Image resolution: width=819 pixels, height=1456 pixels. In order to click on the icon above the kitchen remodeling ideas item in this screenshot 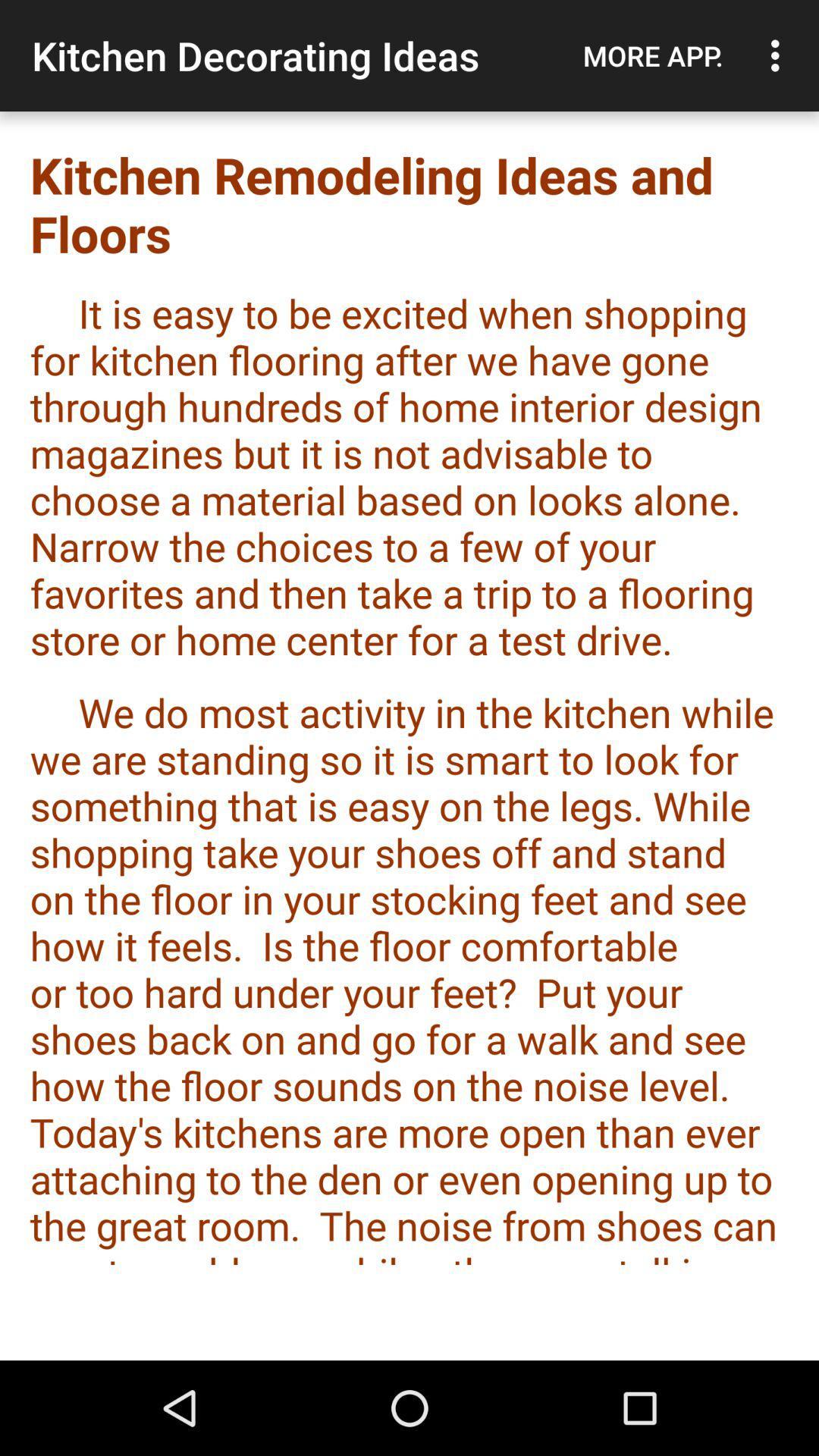, I will do `click(779, 55)`.